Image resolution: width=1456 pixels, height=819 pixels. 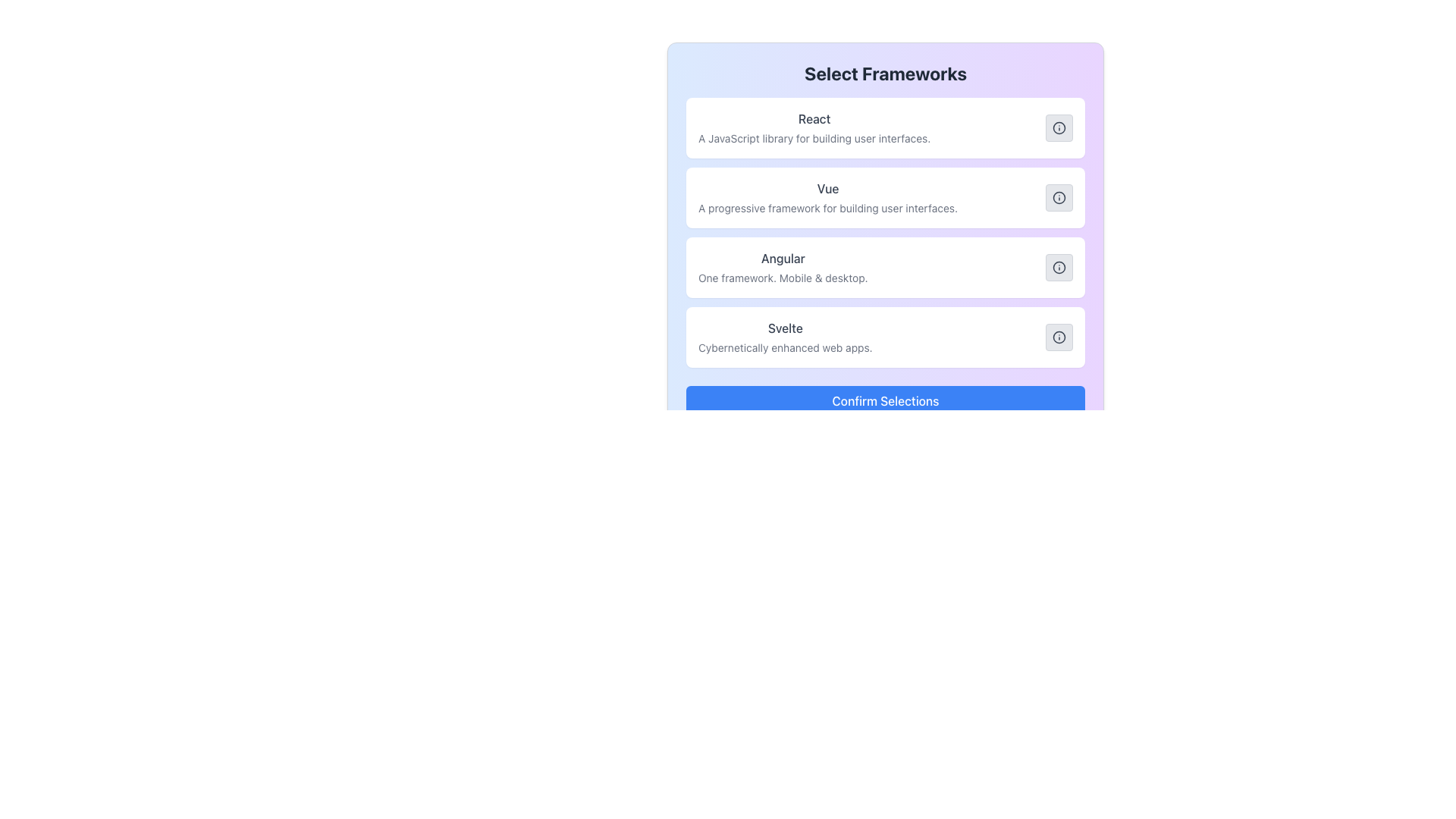 I want to click on the button located to the right of the text 'React', so click(x=1058, y=127).